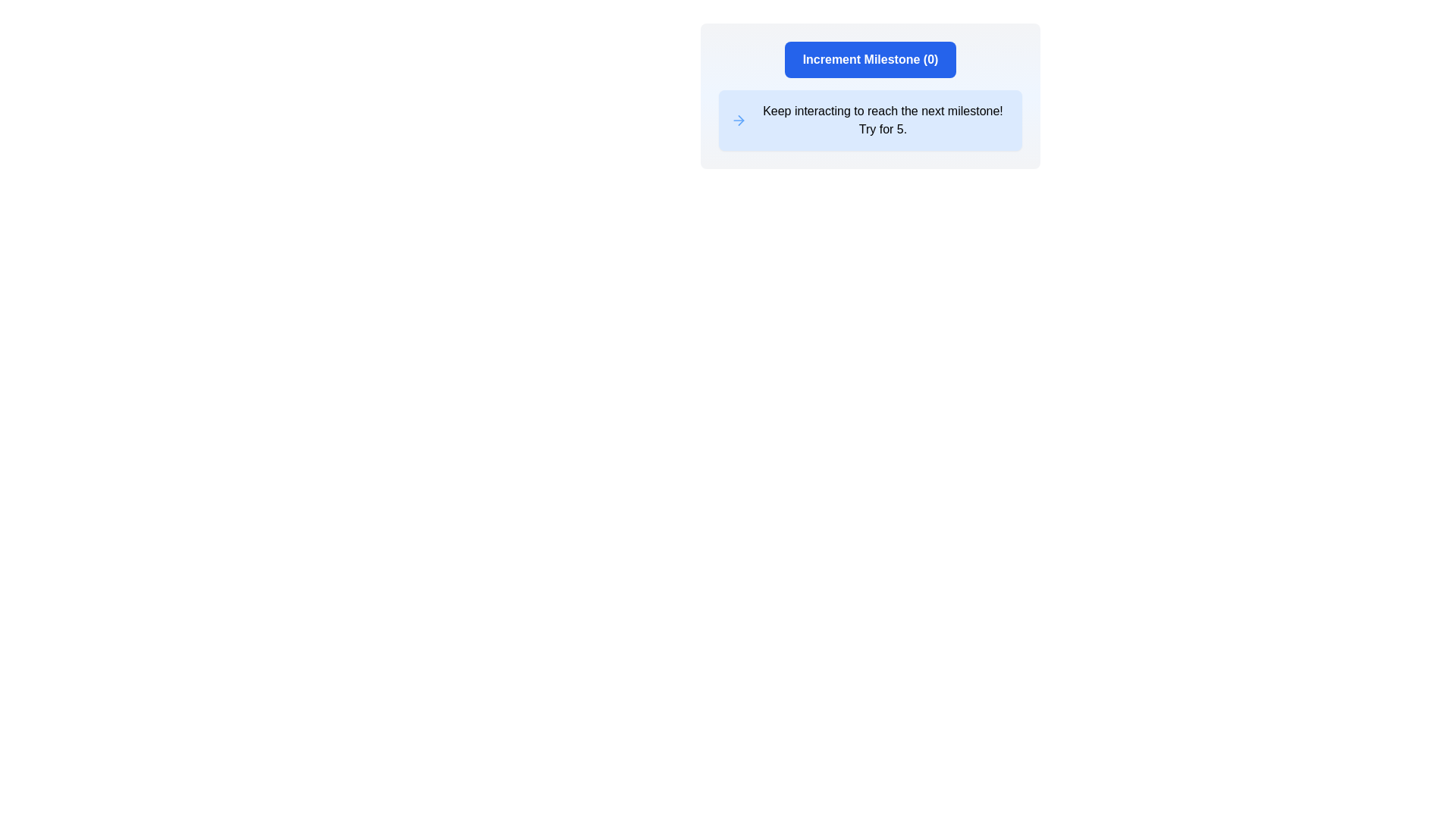 This screenshot has height=819, width=1456. I want to click on the rectangular button with a blue background and white text labeled 'Increment Milestone (0)' to observe the hover effect, so click(870, 58).